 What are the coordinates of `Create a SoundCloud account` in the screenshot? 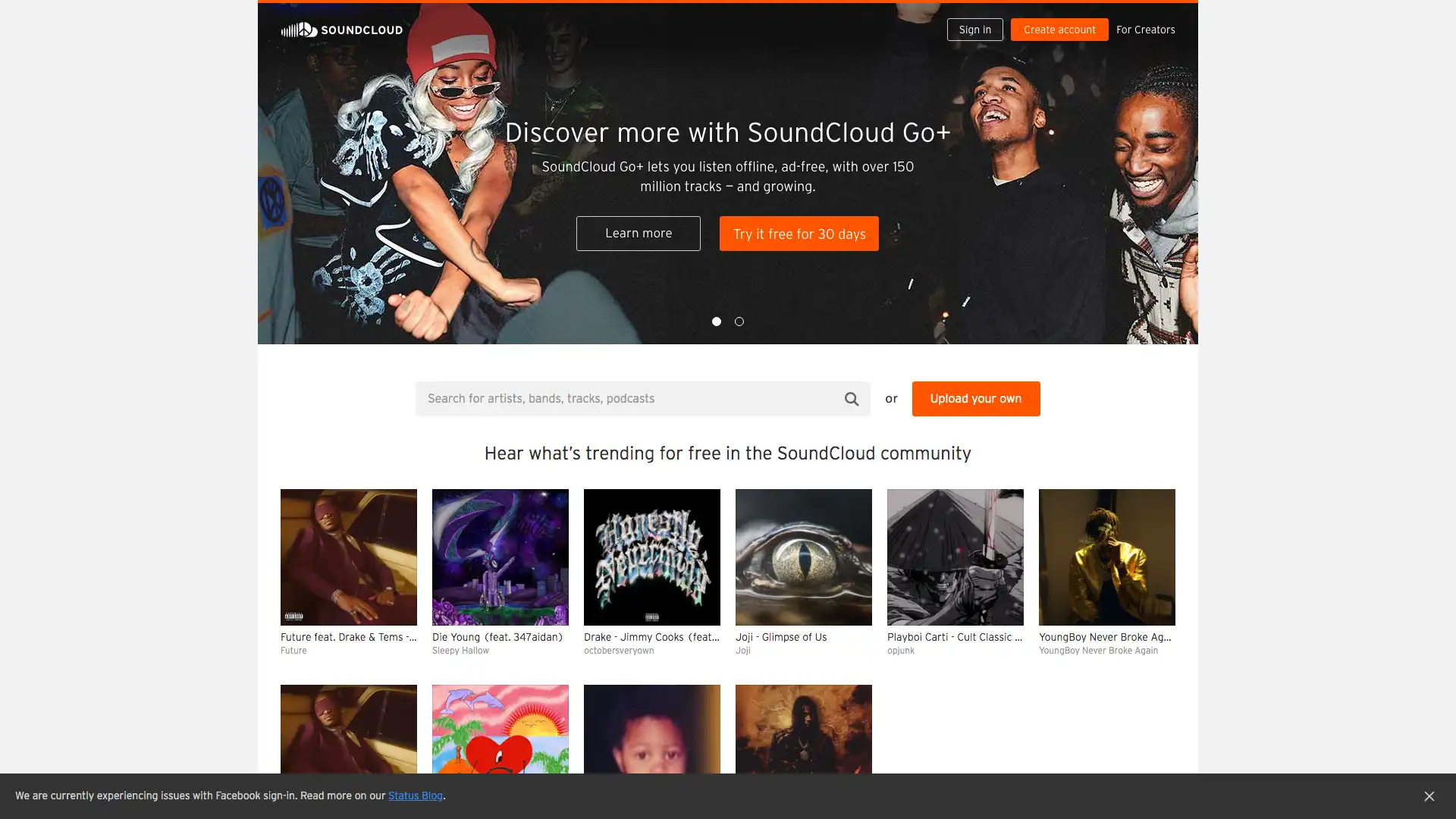 It's located at (1059, 29).